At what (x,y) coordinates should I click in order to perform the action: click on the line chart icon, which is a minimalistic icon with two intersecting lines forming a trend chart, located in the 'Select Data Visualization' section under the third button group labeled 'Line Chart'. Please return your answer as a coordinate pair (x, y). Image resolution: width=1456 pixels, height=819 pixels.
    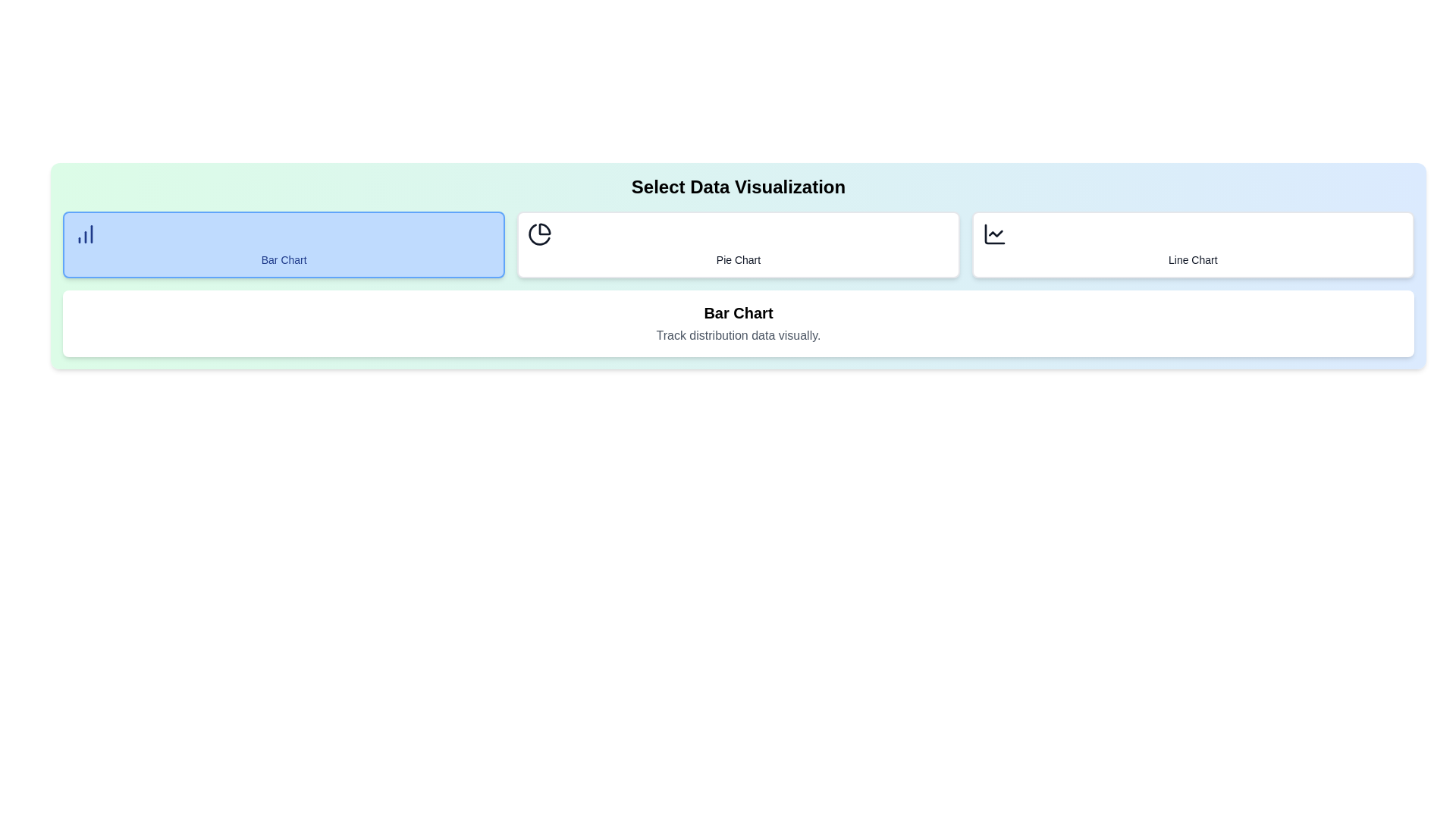
    Looking at the image, I should click on (994, 234).